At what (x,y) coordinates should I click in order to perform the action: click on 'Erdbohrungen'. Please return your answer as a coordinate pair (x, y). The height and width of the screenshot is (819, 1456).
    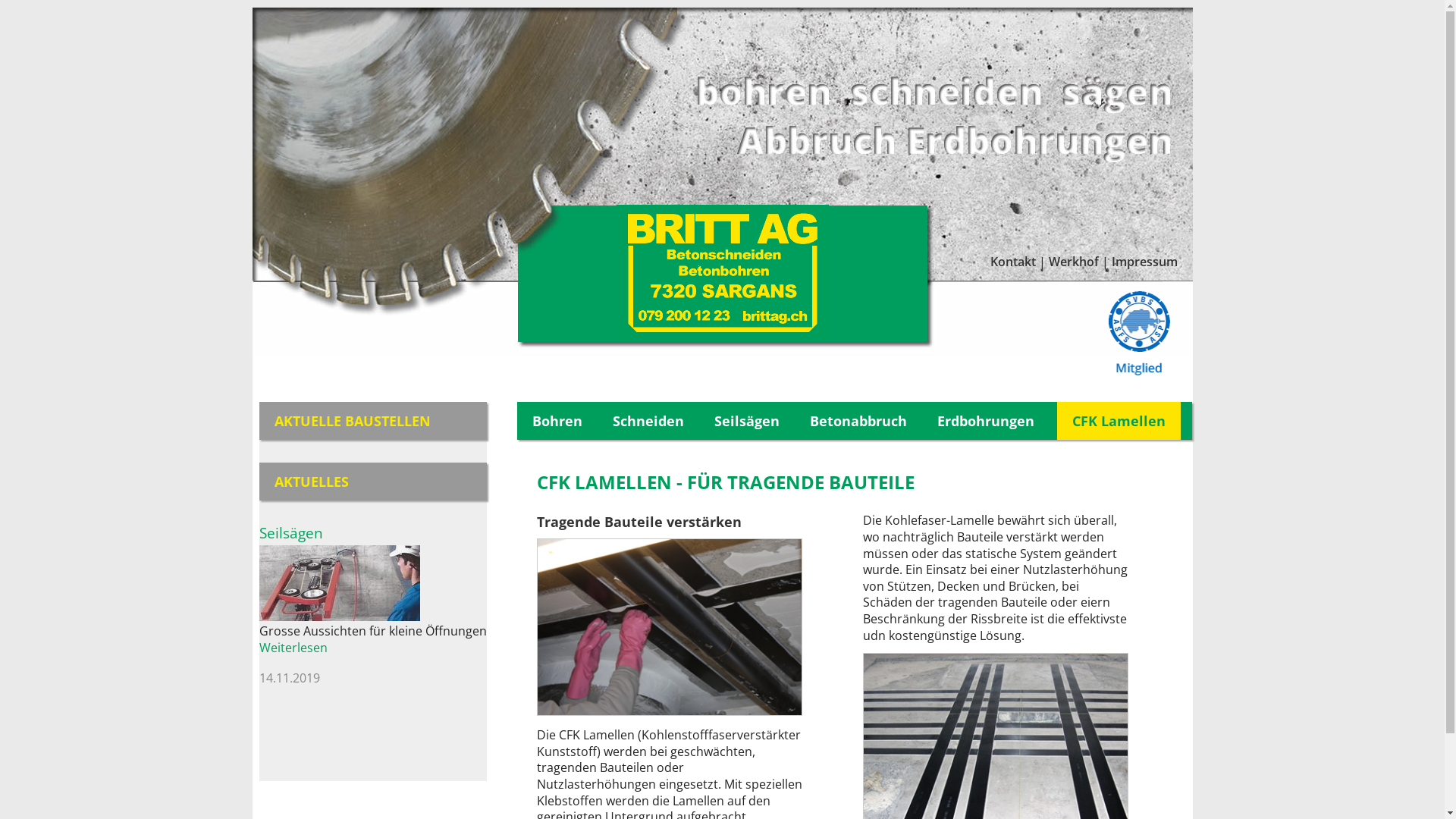
    Looking at the image, I should click on (986, 421).